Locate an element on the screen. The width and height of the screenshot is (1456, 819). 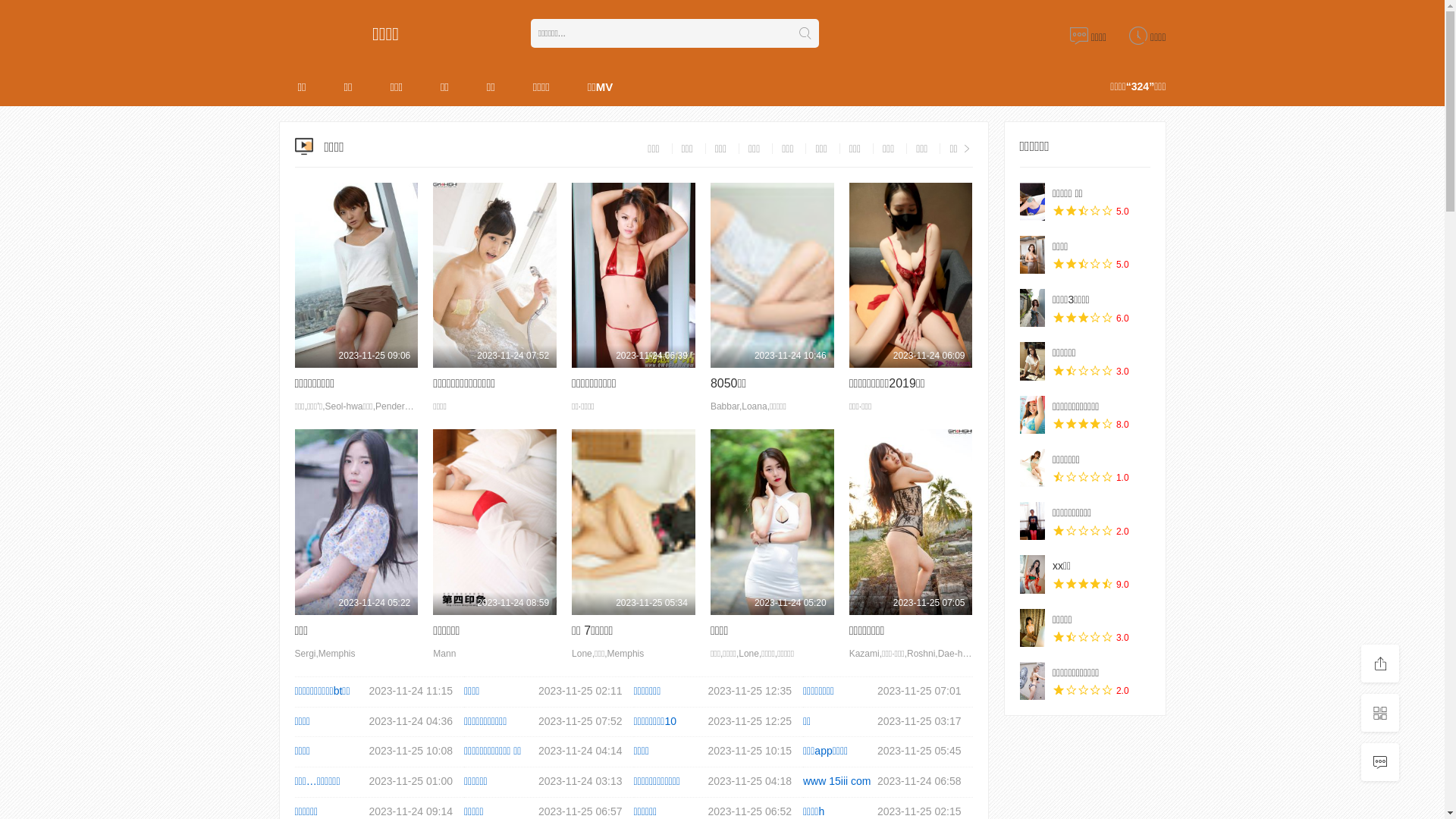
'2023-11-24 06:39' is located at coordinates (570, 275).